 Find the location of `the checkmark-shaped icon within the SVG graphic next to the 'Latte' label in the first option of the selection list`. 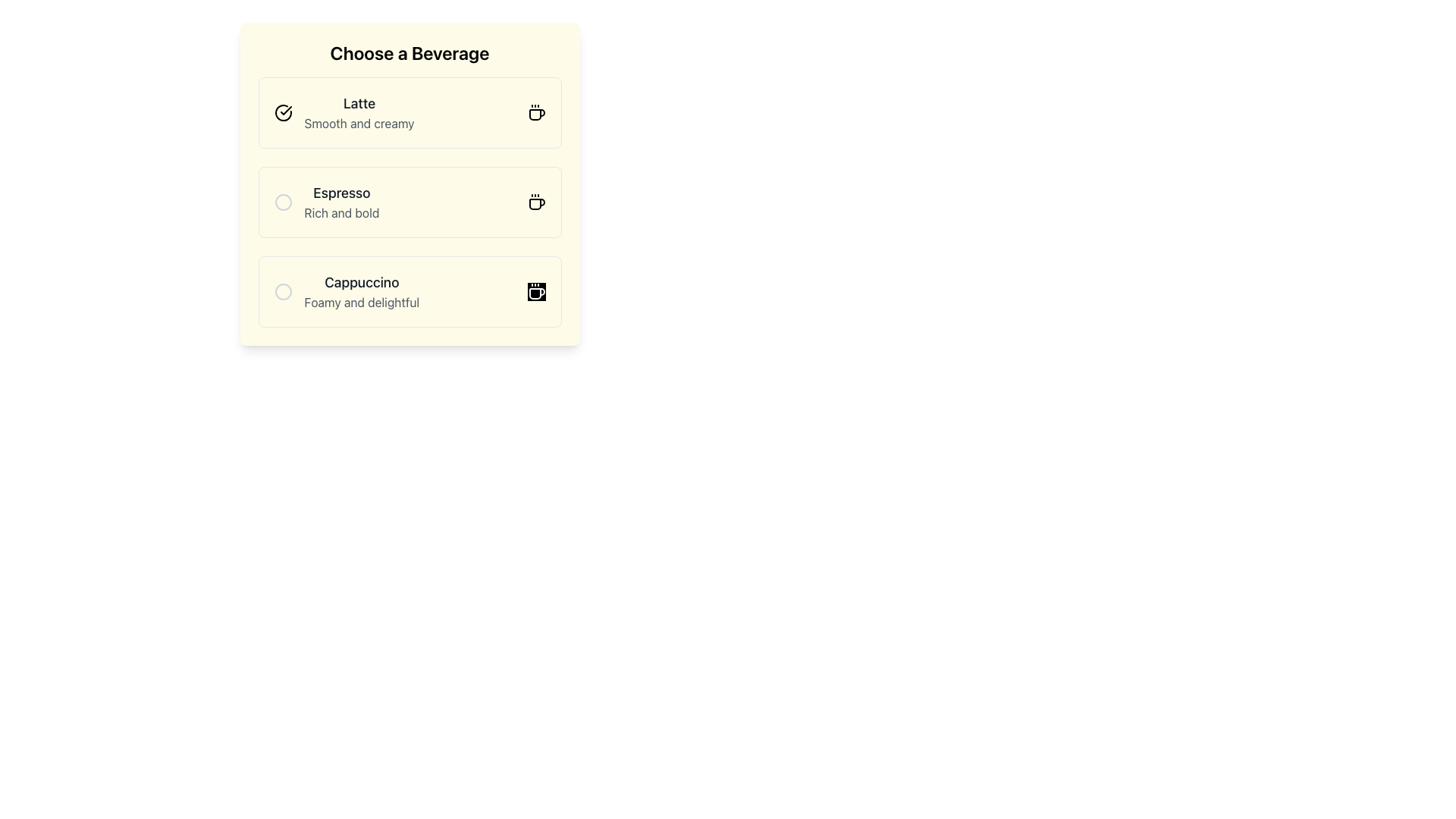

the checkmark-shaped icon within the SVG graphic next to the 'Latte' label in the first option of the selection list is located at coordinates (286, 110).